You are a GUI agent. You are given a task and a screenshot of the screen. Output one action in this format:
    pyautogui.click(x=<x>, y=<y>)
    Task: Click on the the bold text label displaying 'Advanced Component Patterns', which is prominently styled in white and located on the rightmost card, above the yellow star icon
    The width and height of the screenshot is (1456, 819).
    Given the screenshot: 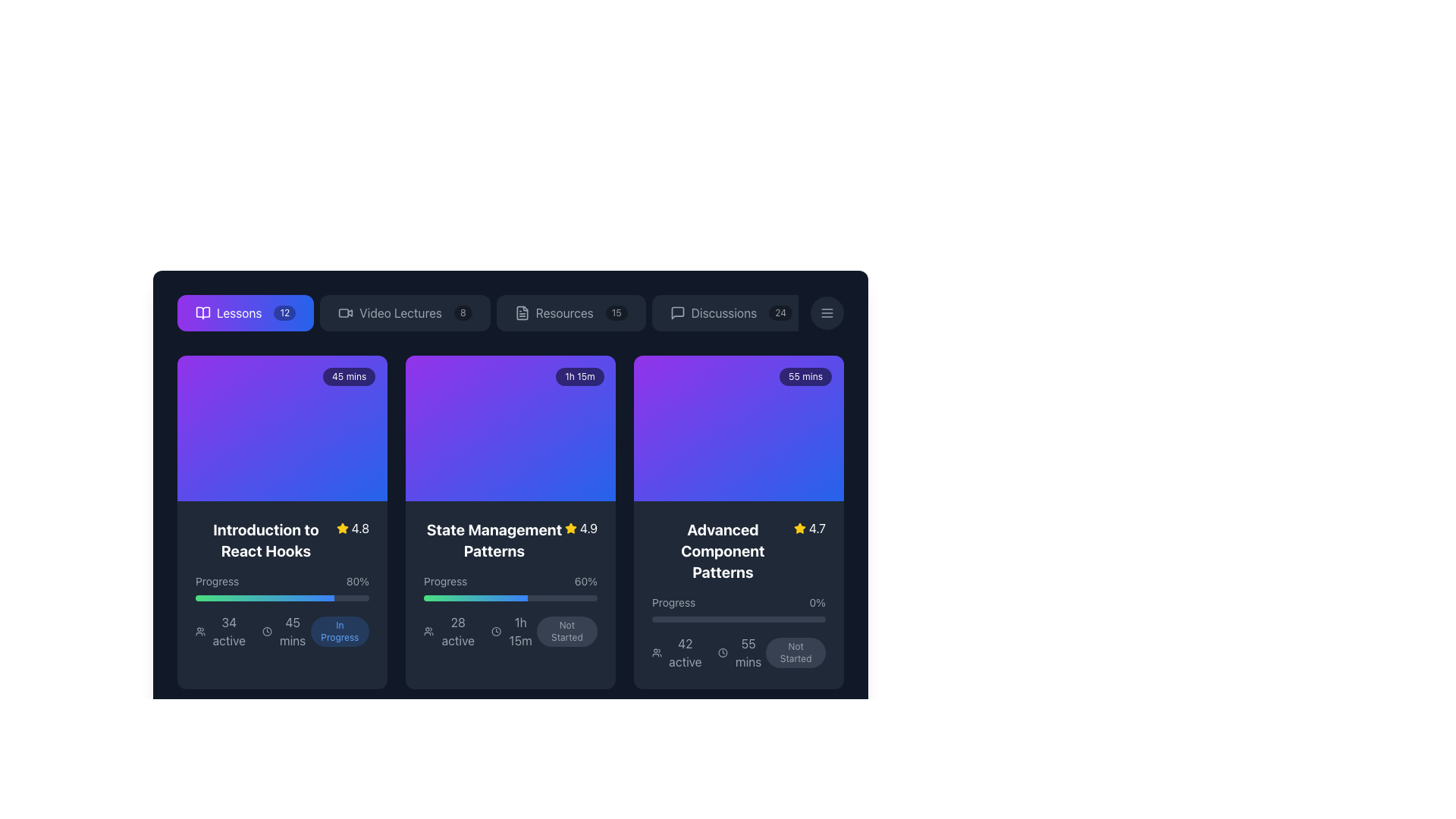 What is the action you would take?
    pyautogui.click(x=722, y=551)
    